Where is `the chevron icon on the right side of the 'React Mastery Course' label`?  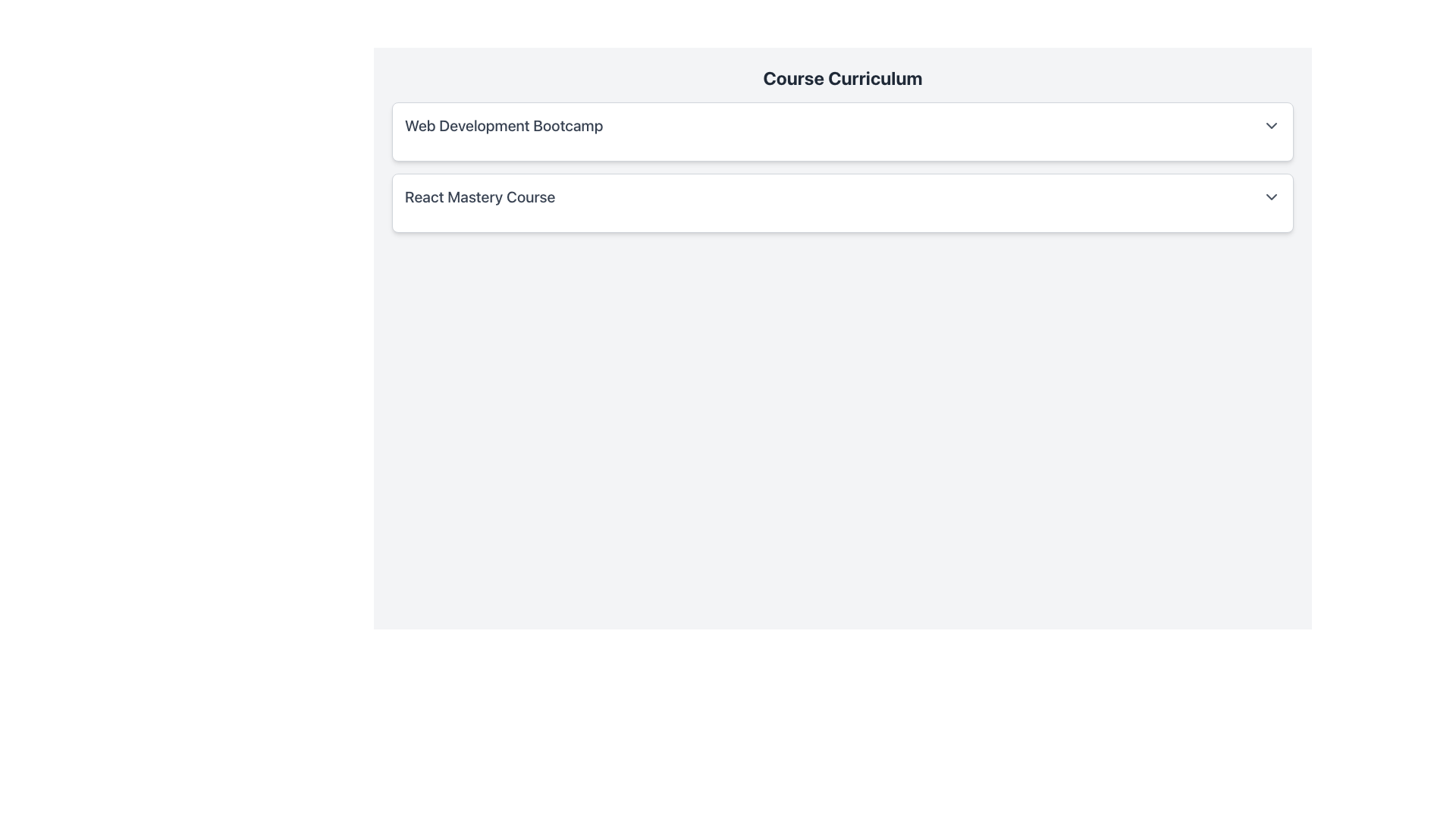
the chevron icon on the right side of the 'React Mastery Course' label is located at coordinates (1271, 196).